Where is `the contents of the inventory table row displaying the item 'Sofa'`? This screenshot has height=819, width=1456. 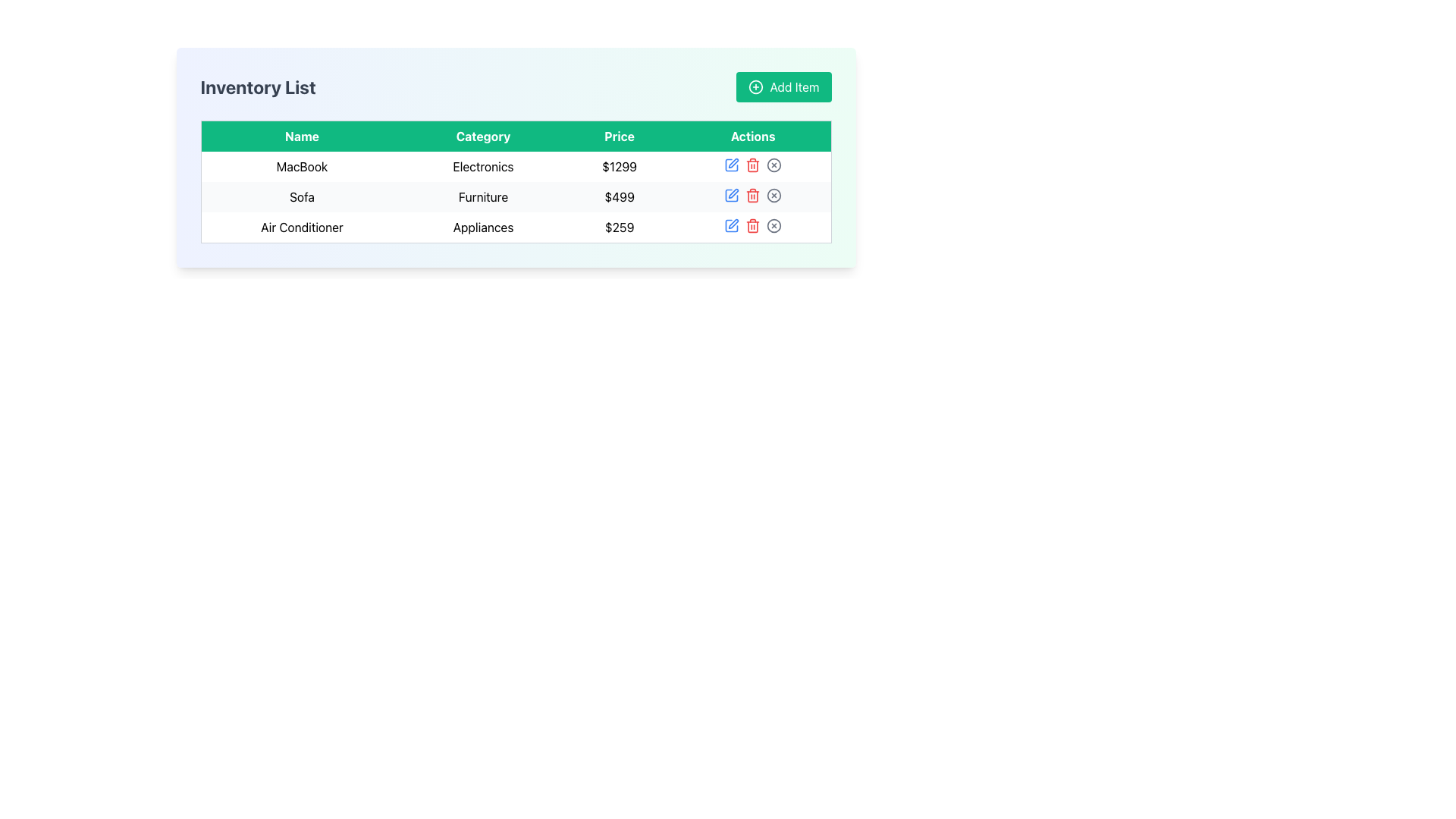 the contents of the inventory table row displaying the item 'Sofa' is located at coordinates (516, 196).